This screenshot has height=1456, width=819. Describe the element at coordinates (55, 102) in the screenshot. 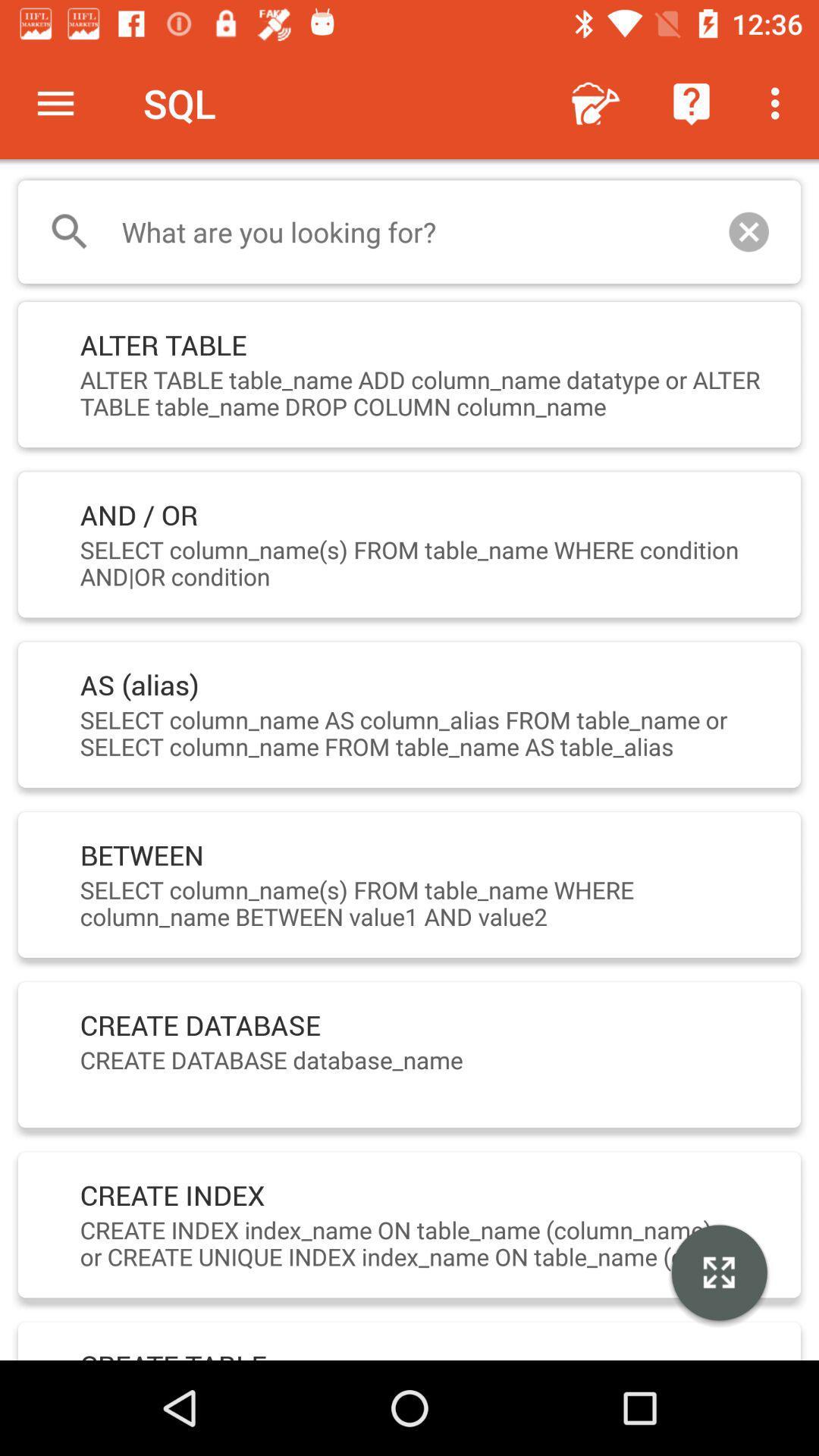

I see `the app next to sql icon` at that location.